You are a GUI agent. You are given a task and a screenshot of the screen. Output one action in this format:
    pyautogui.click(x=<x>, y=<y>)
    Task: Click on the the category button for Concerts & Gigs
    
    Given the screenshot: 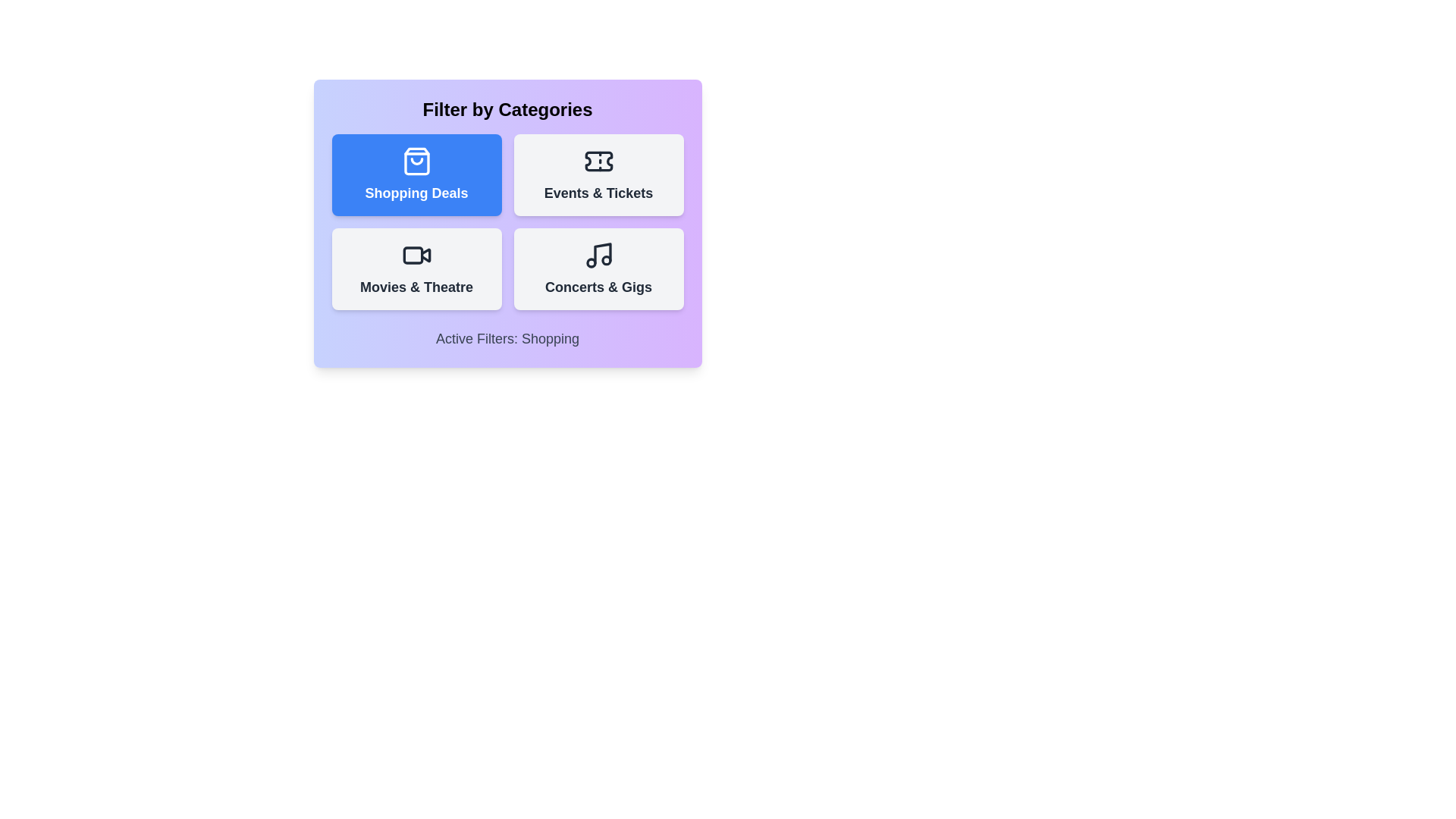 What is the action you would take?
    pyautogui.click(x=598, y=268)
    